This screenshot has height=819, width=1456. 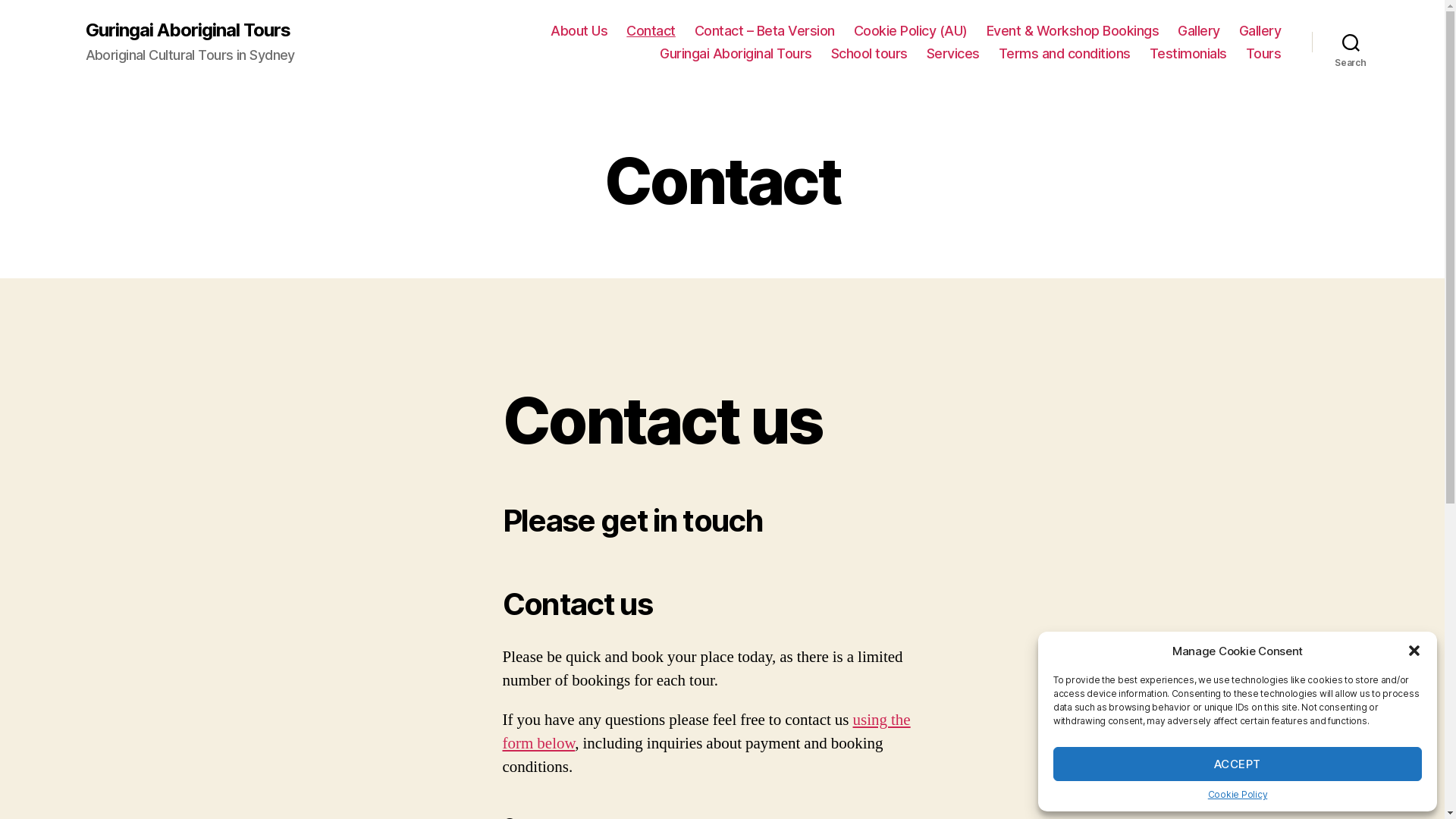 What do you see at coordinates (578, 31) in the screenshot?
I see `'About Us'` at bounding box center [578, 31].